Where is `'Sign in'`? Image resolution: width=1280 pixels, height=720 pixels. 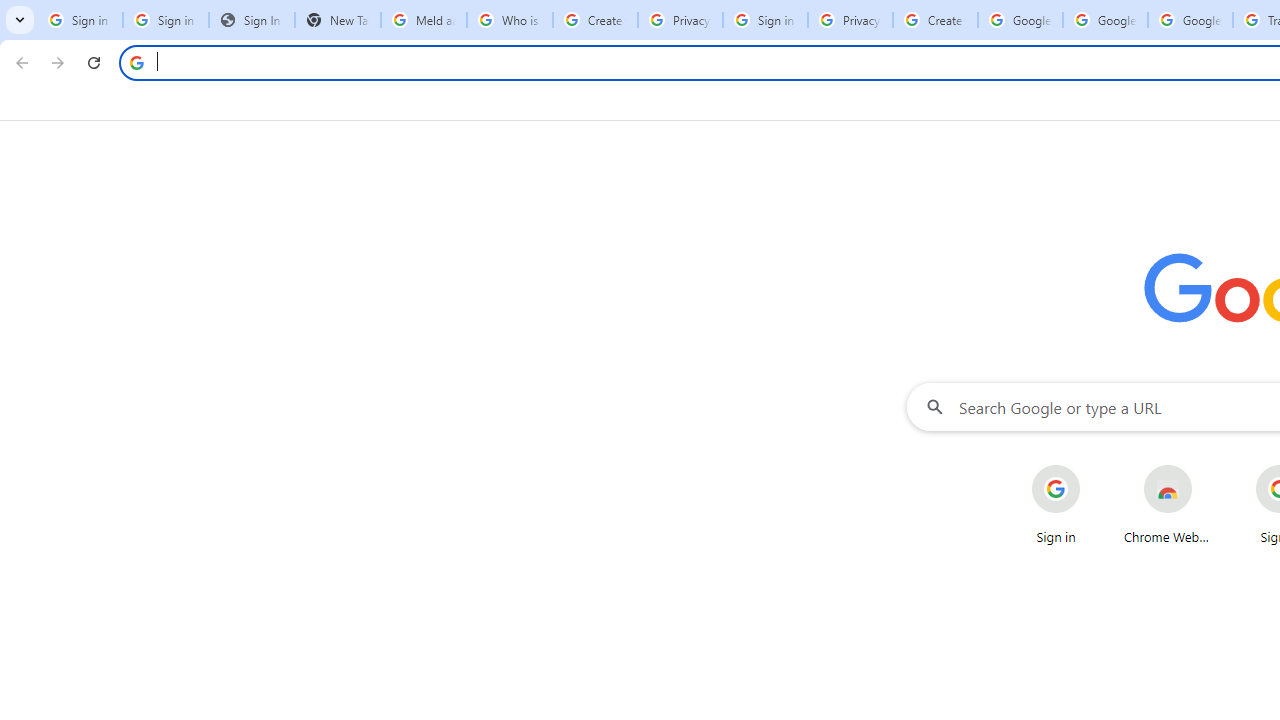 'Sign in' is located at coordinates (1055, 504).